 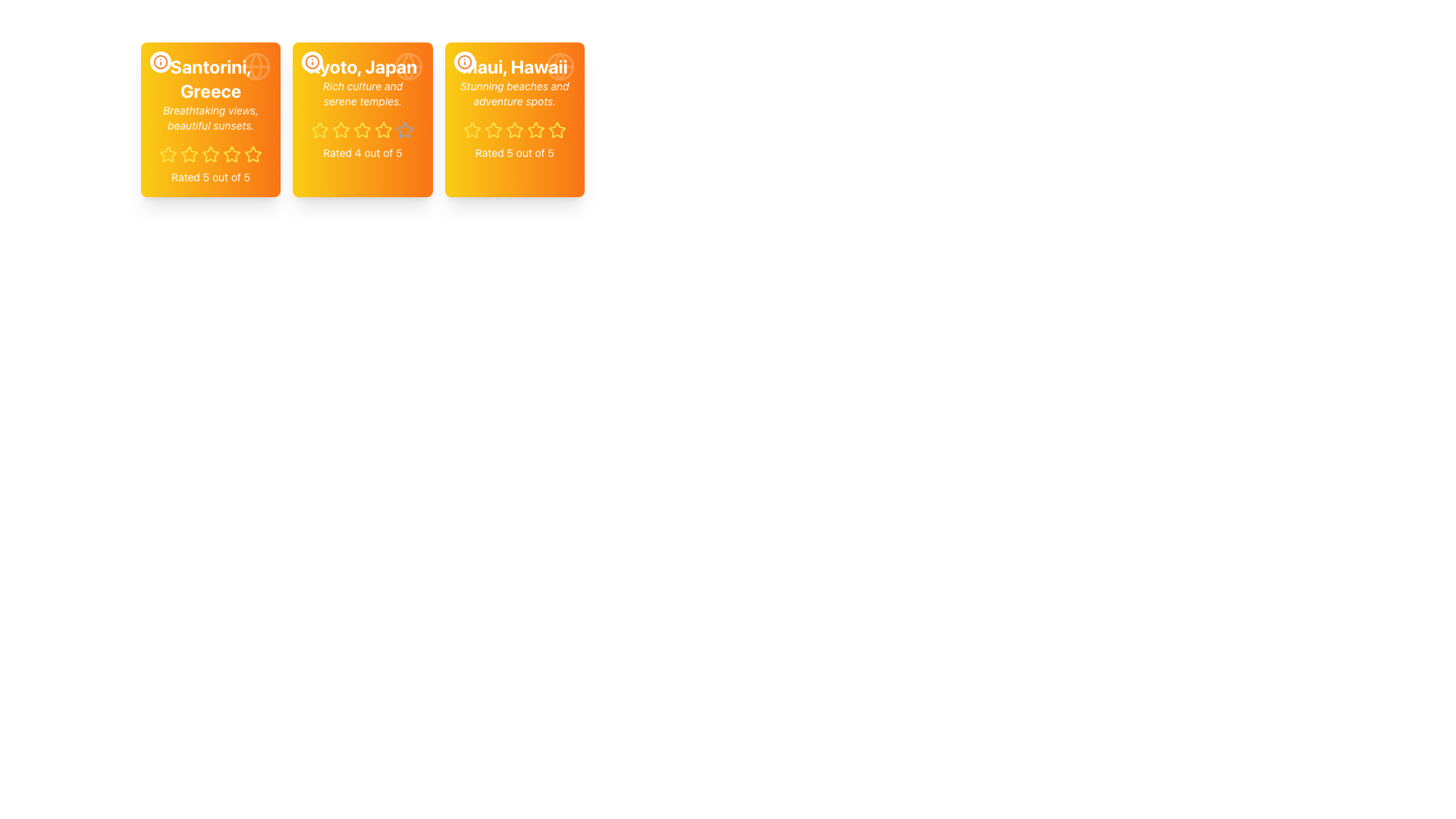 I want to click on the first yellow star icon in the rating system on the 'Maui, Hawaii' card, so click(x=471, y=130).